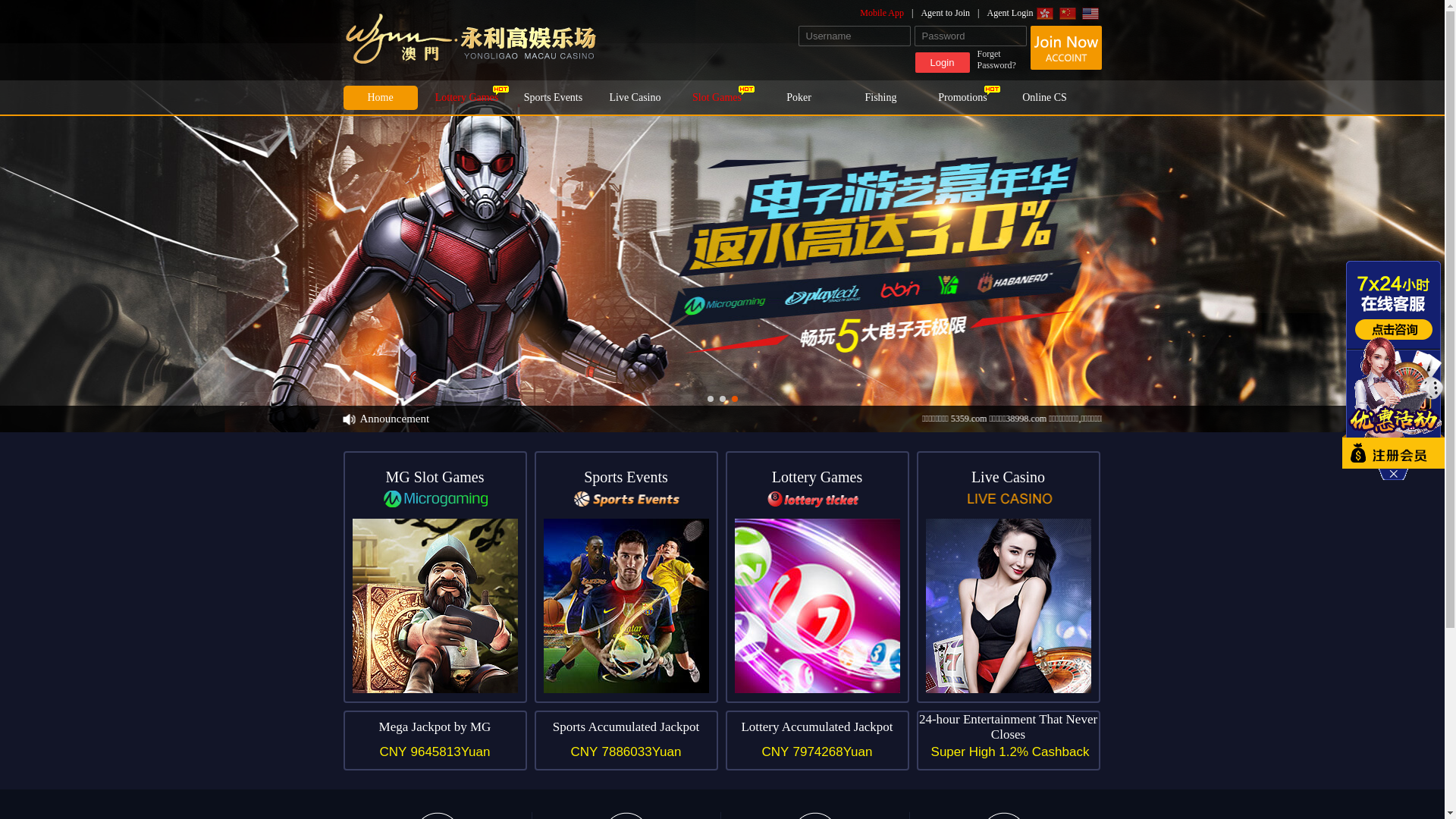  What do you see at coordinates (761, 97) in the screenshot?
I see `'Poker'` at bounding box center [761, 97].